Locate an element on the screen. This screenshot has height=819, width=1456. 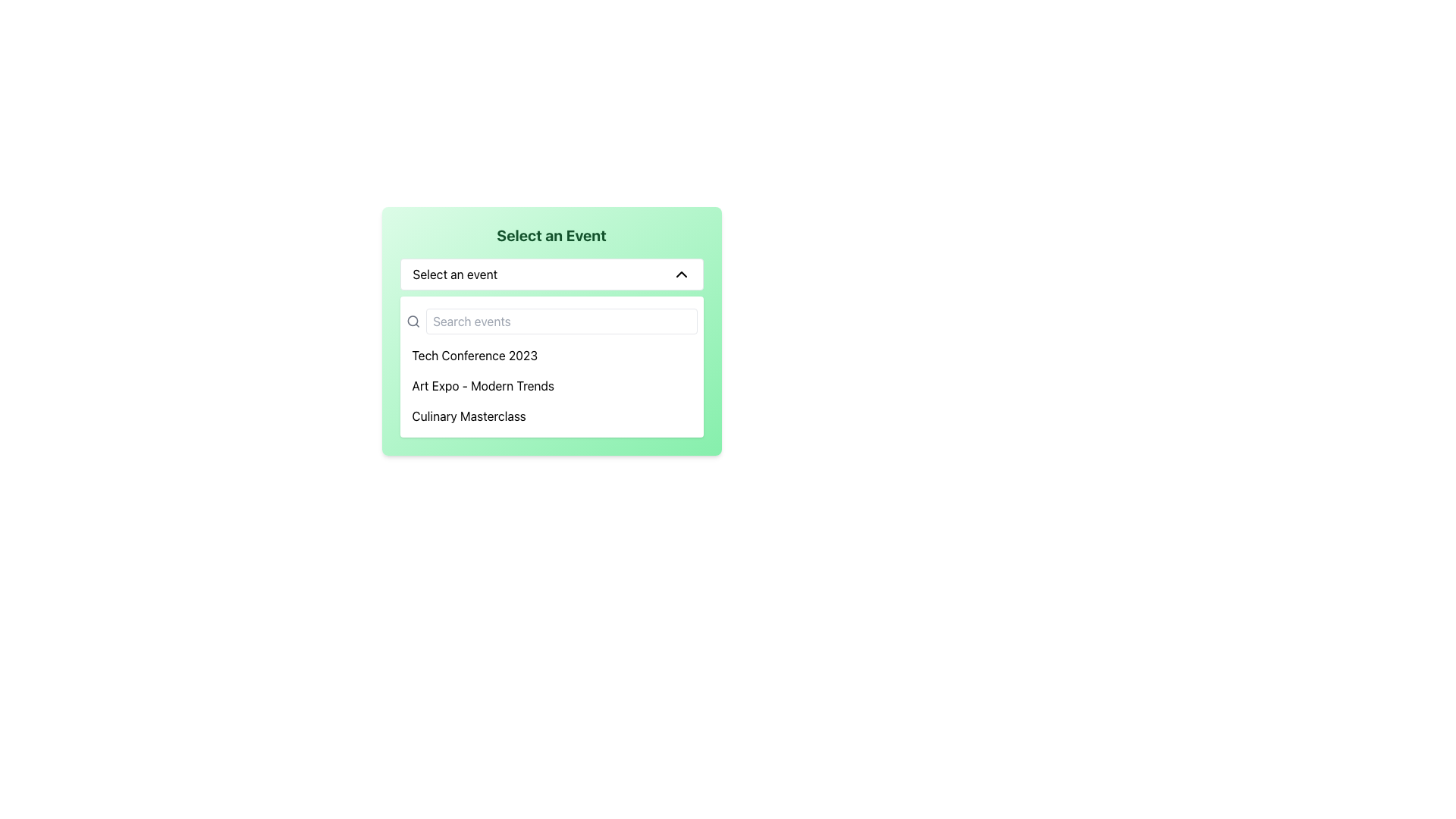
the SVG circle component of the search icon located near the top-left corner of the search bar, which is part of the event selection interface is located at coordinates (412, 320).